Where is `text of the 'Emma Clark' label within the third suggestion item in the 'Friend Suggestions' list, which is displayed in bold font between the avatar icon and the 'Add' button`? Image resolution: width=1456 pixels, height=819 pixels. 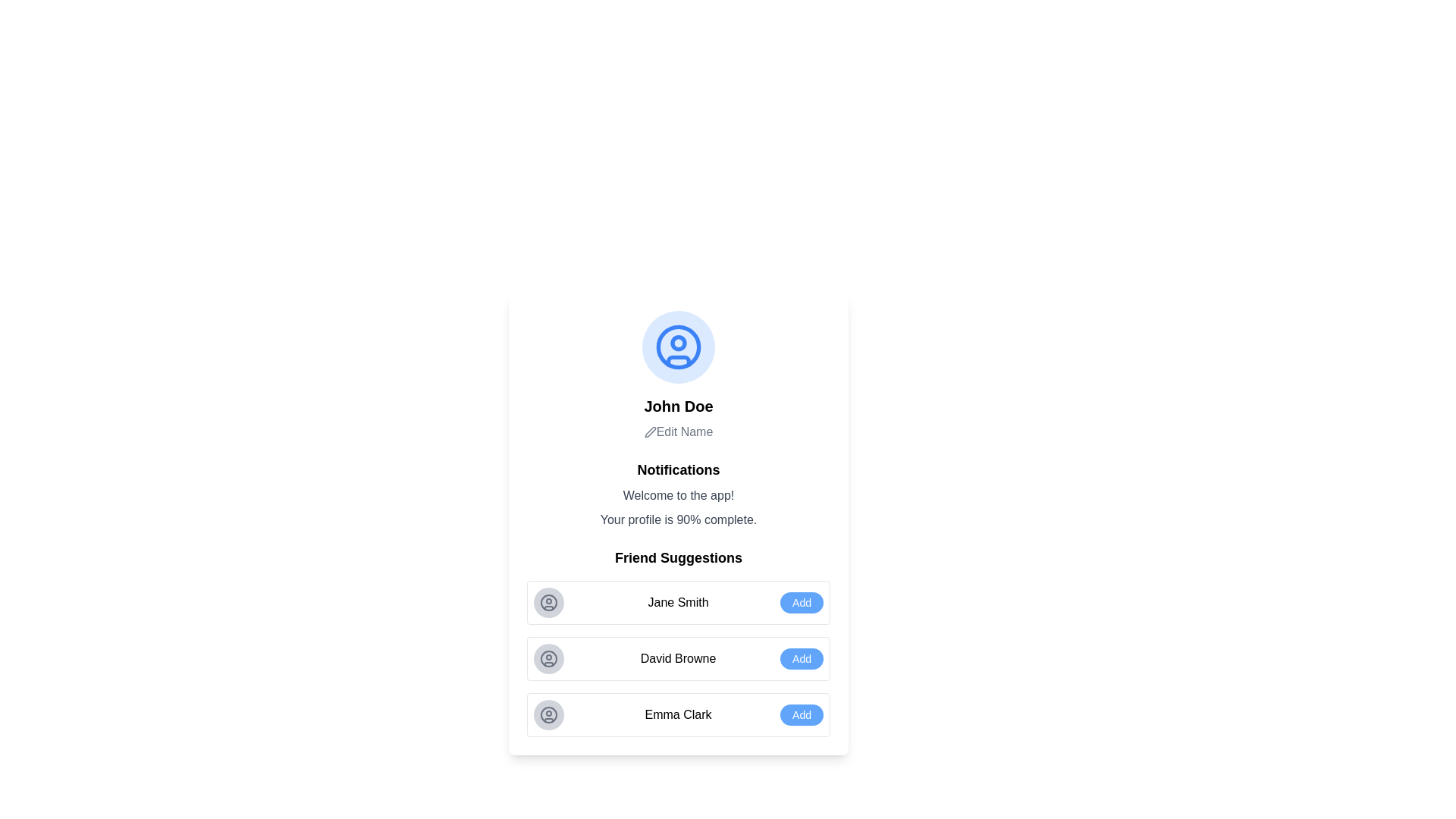 text of the 'Emma Clark' label within the third suggestion item in the 'Friend Suggestions' list, which is displayed in bold font between the avatar icon and the 'Add' button is located at coordinates (677, 714).